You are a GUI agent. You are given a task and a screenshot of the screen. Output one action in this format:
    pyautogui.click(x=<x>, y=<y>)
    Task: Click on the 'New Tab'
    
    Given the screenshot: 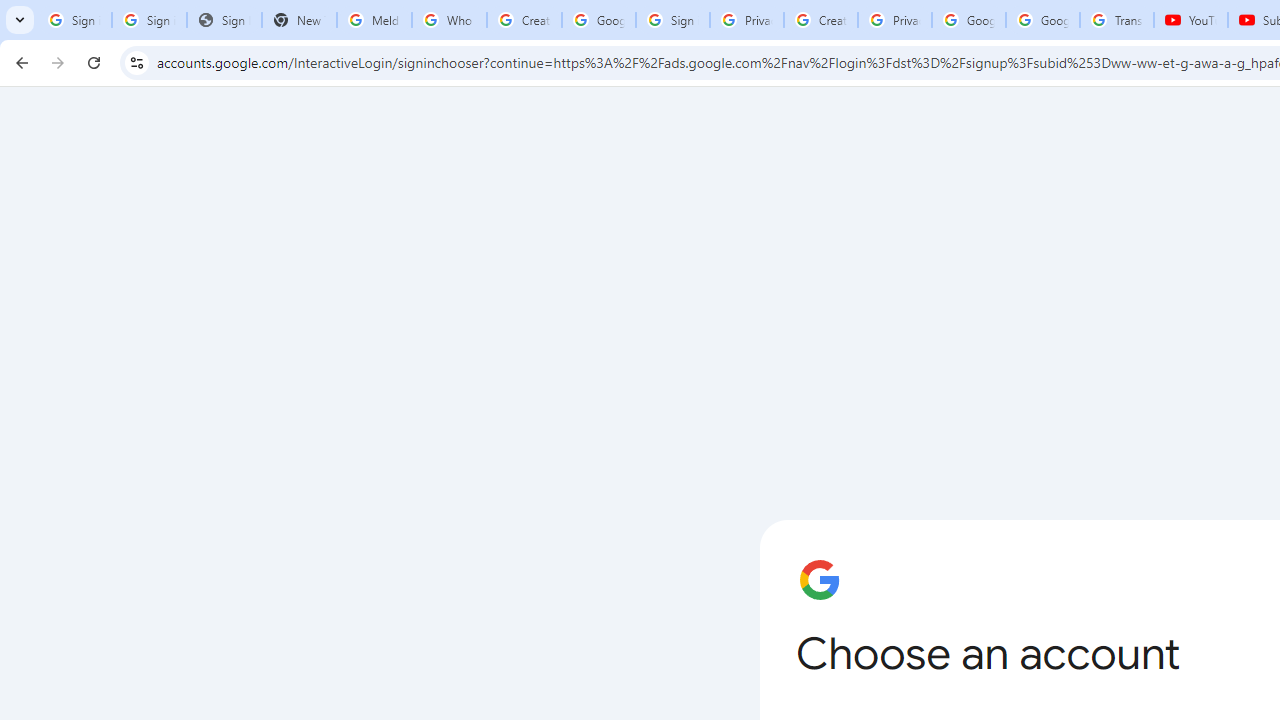 What is the action you would take?
    pyautogui.click(x=298, y=20)
    